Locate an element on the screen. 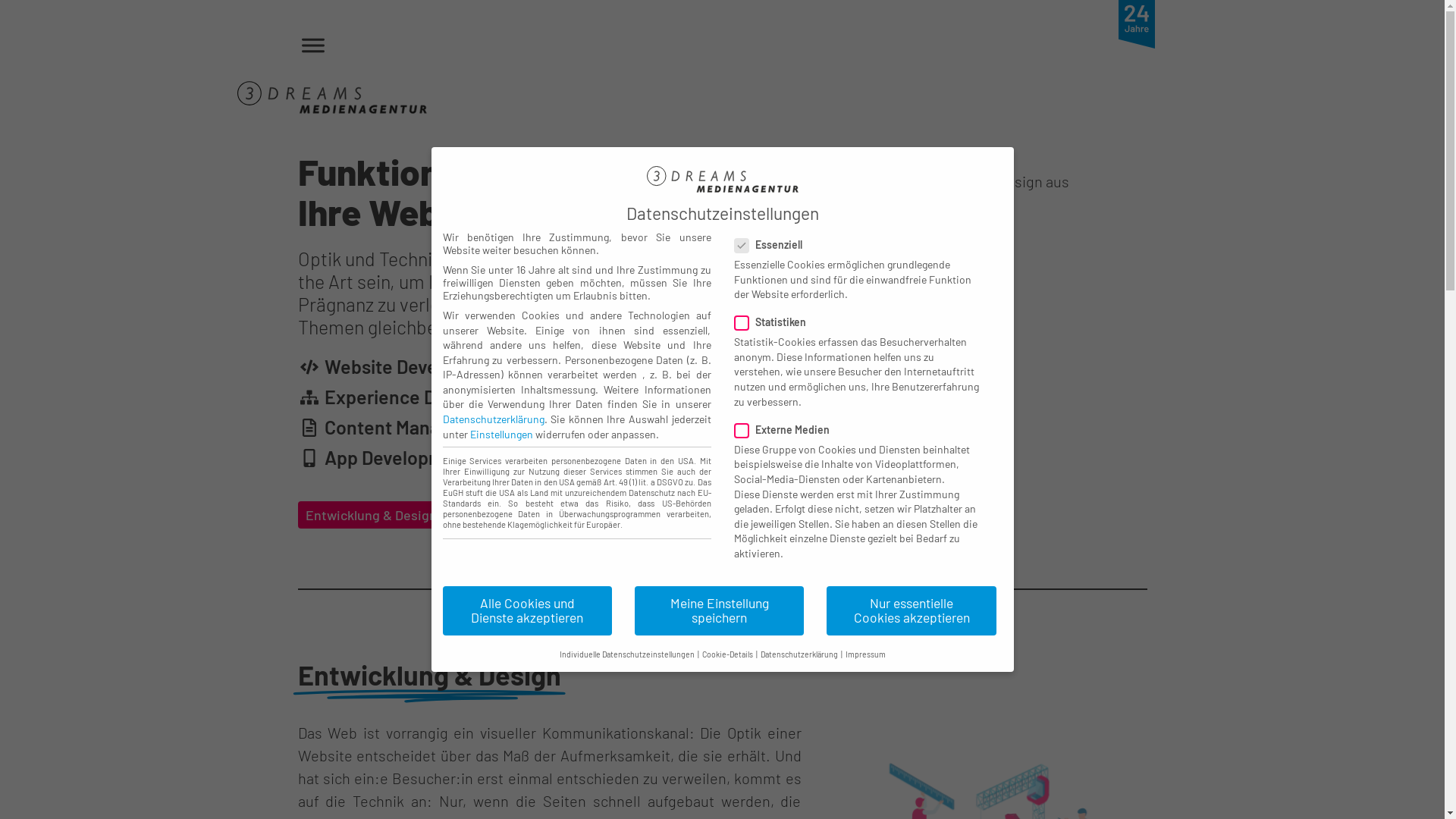 The width and height of the screenshot is (1456, 819). 'Individuelle Datenschutzeinstellungen' is located at coordinates (626, 653).